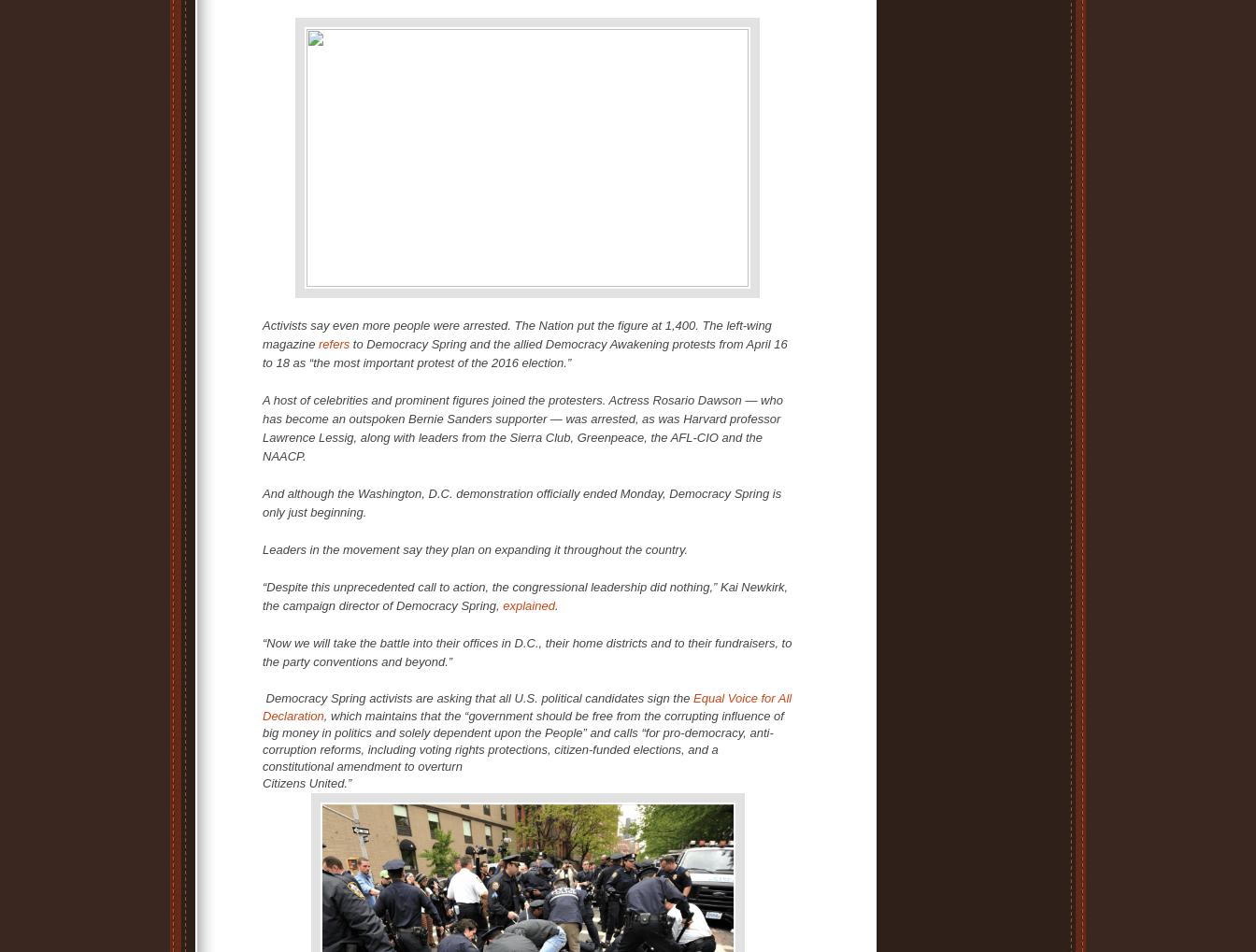 The image size is (1256, 952). What do you see at coordinates (478, 697) in the screenshot?
I see `'Democracy Spring activists are asking that all U.S. political candidates sign the'` at bounding box center [478, 697].